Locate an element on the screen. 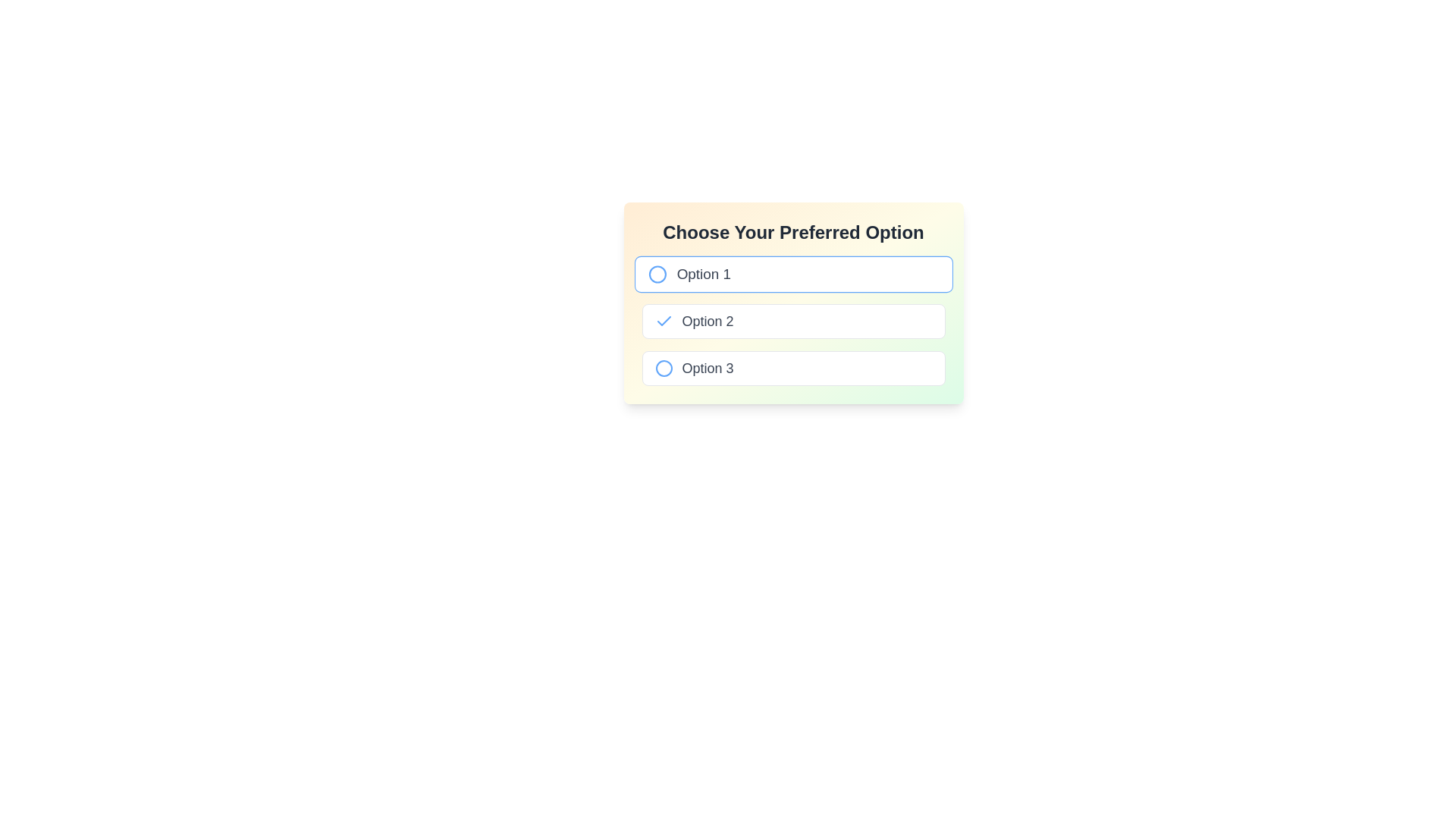 Image resolution: width=1456 pixels, height=819 pixels. the text label that reads 'Option 2', which is styled in a large gray font and positioned in the middle row of a selection menu, directly to the right of a checkmark icon is located at coordinates (707, 321).